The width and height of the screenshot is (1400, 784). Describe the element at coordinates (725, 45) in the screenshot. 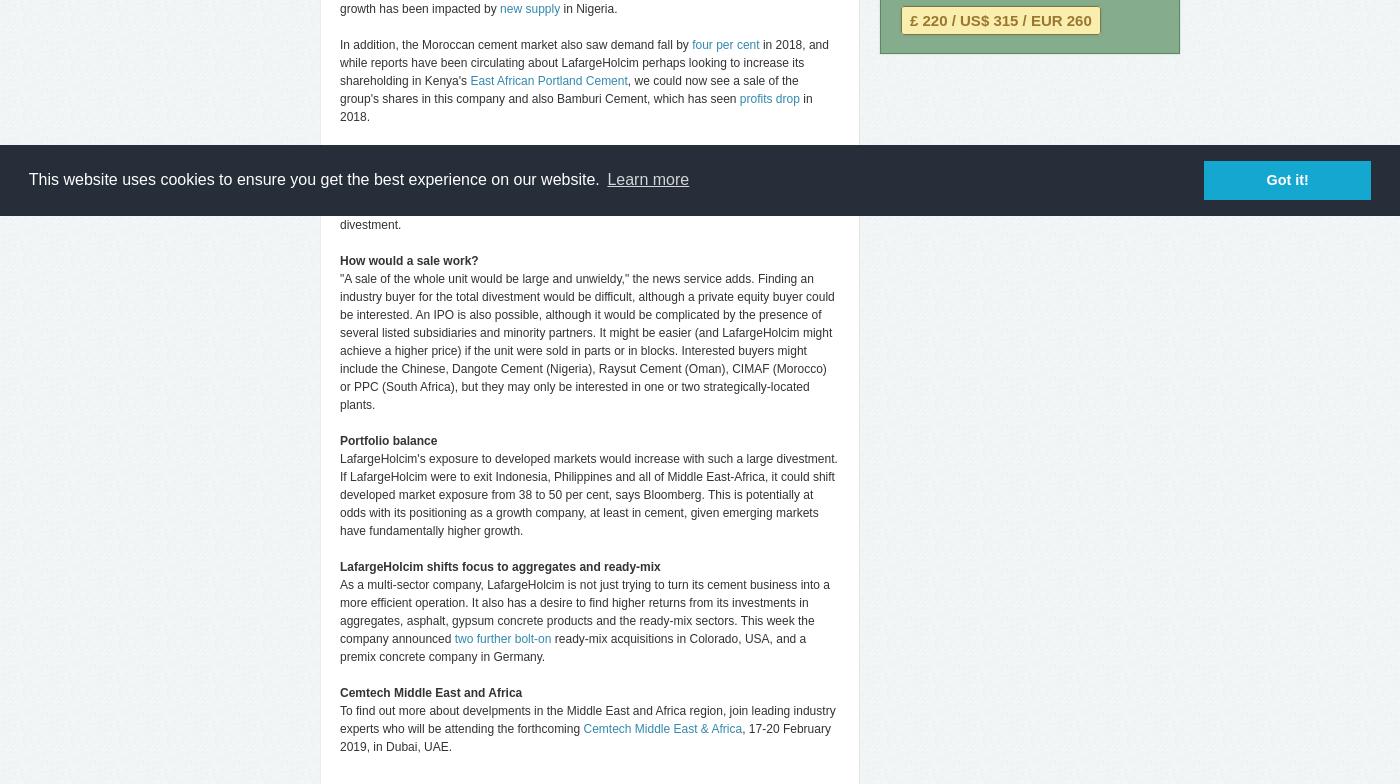

I see `'four per cent'` at that location.